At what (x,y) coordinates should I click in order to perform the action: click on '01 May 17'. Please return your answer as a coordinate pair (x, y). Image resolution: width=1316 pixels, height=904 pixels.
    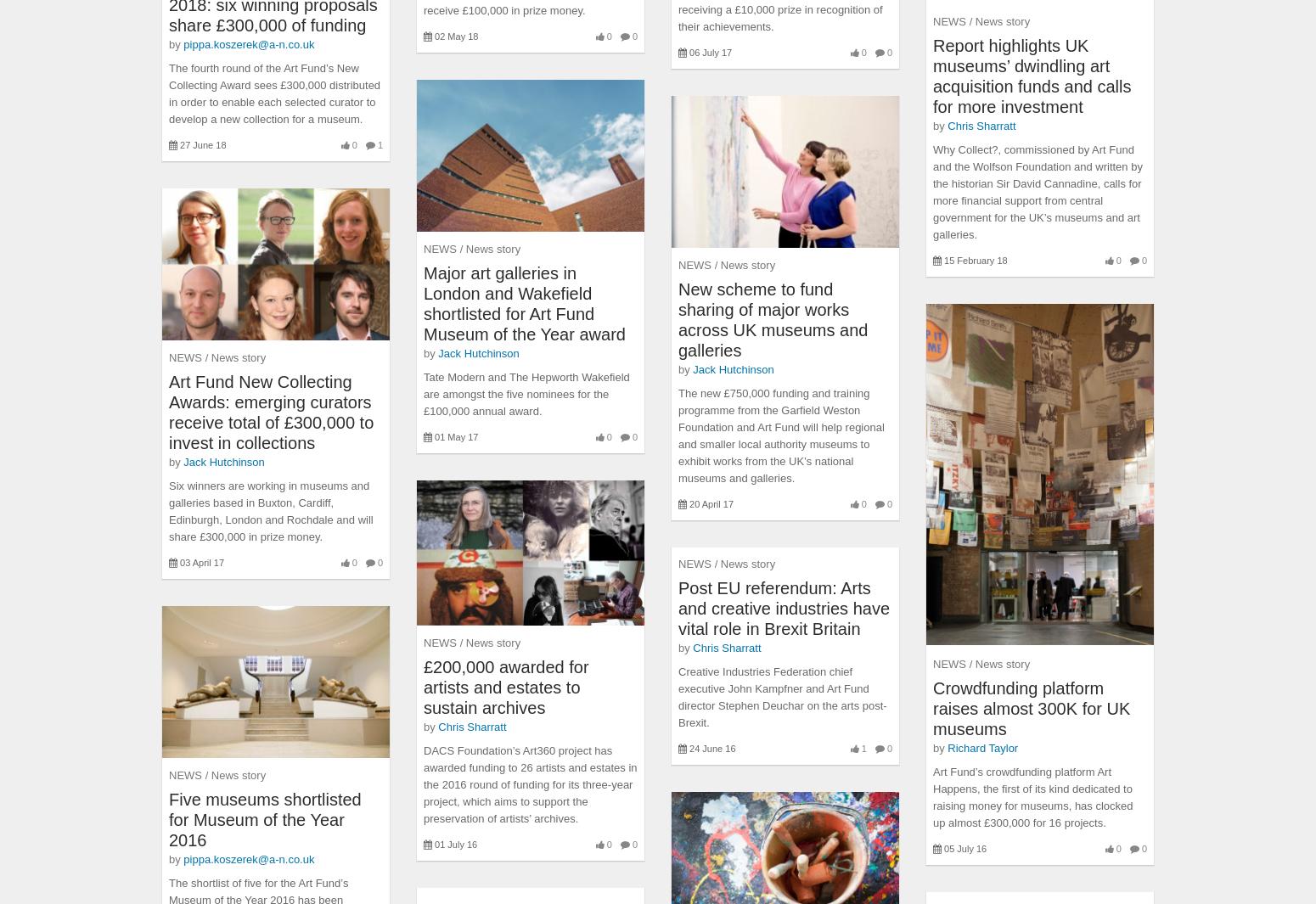
    Looking at the image, I should click on (455, 436).